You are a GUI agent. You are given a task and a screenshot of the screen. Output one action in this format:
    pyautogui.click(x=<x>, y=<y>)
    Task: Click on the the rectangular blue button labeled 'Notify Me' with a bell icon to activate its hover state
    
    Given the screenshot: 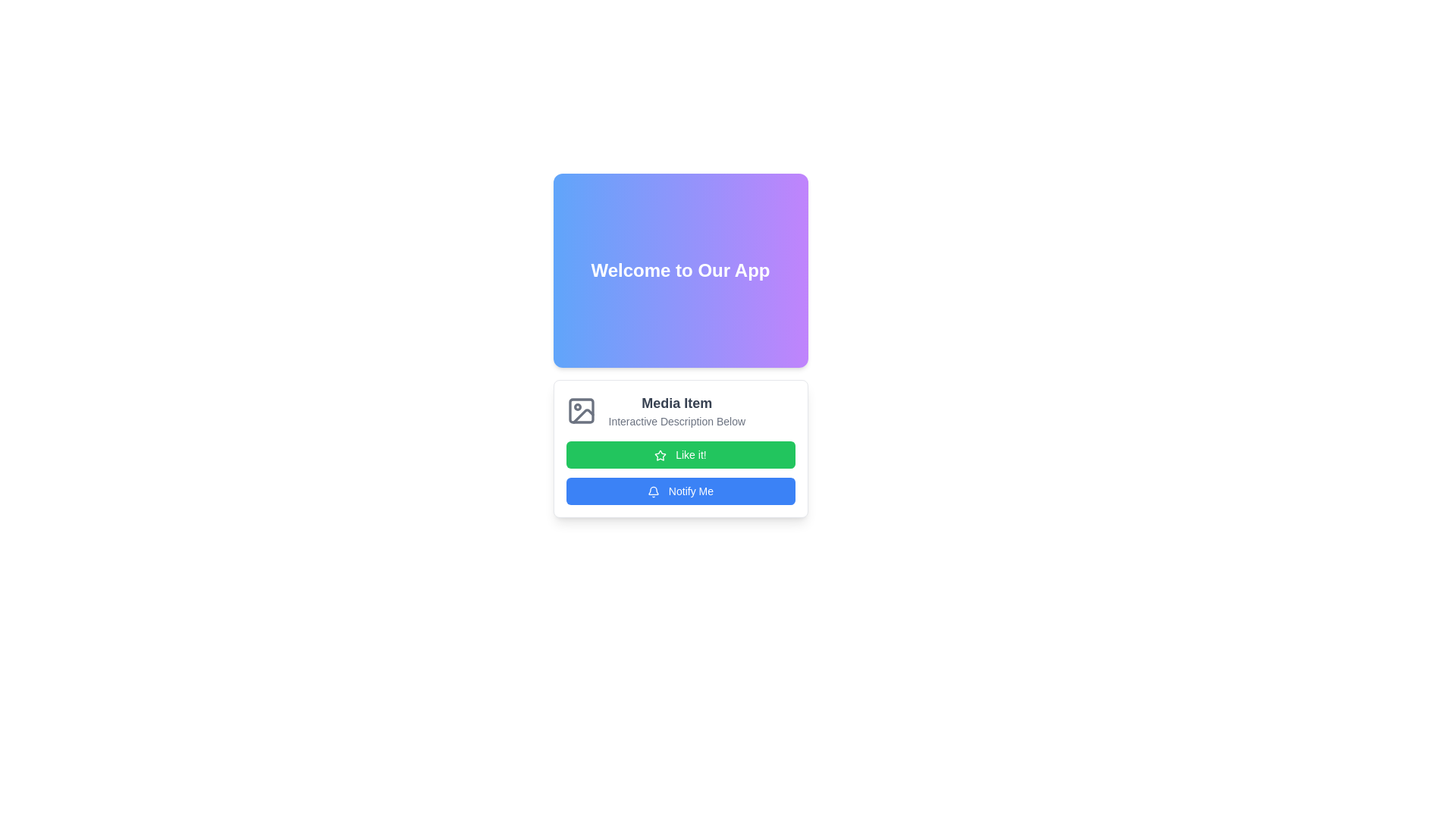 What is the action you would take?
    pyautogui.click(x=679, y=491)
    